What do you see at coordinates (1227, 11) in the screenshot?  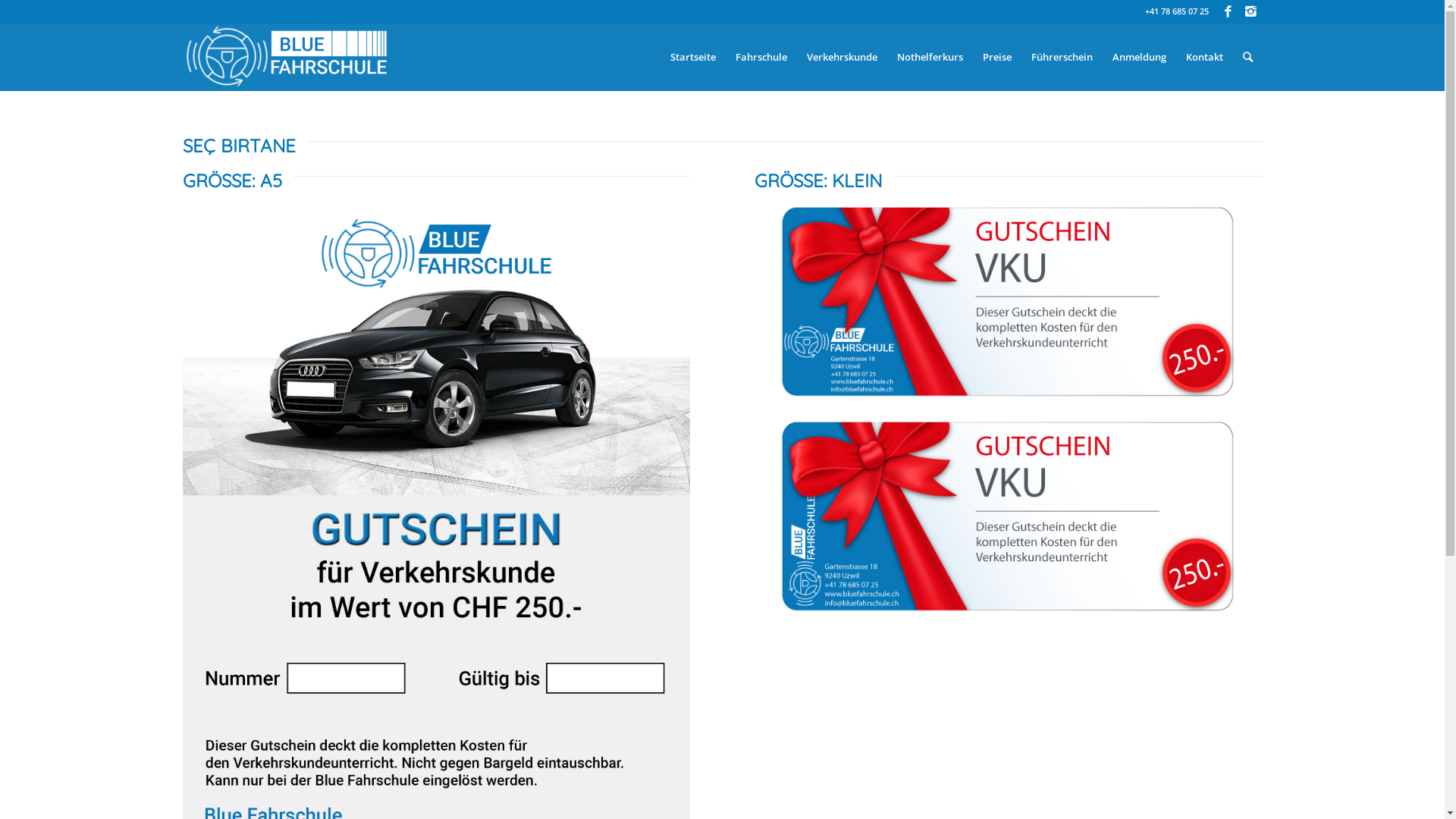 I see `'Facebook'` at bounding box center [1227, 11].